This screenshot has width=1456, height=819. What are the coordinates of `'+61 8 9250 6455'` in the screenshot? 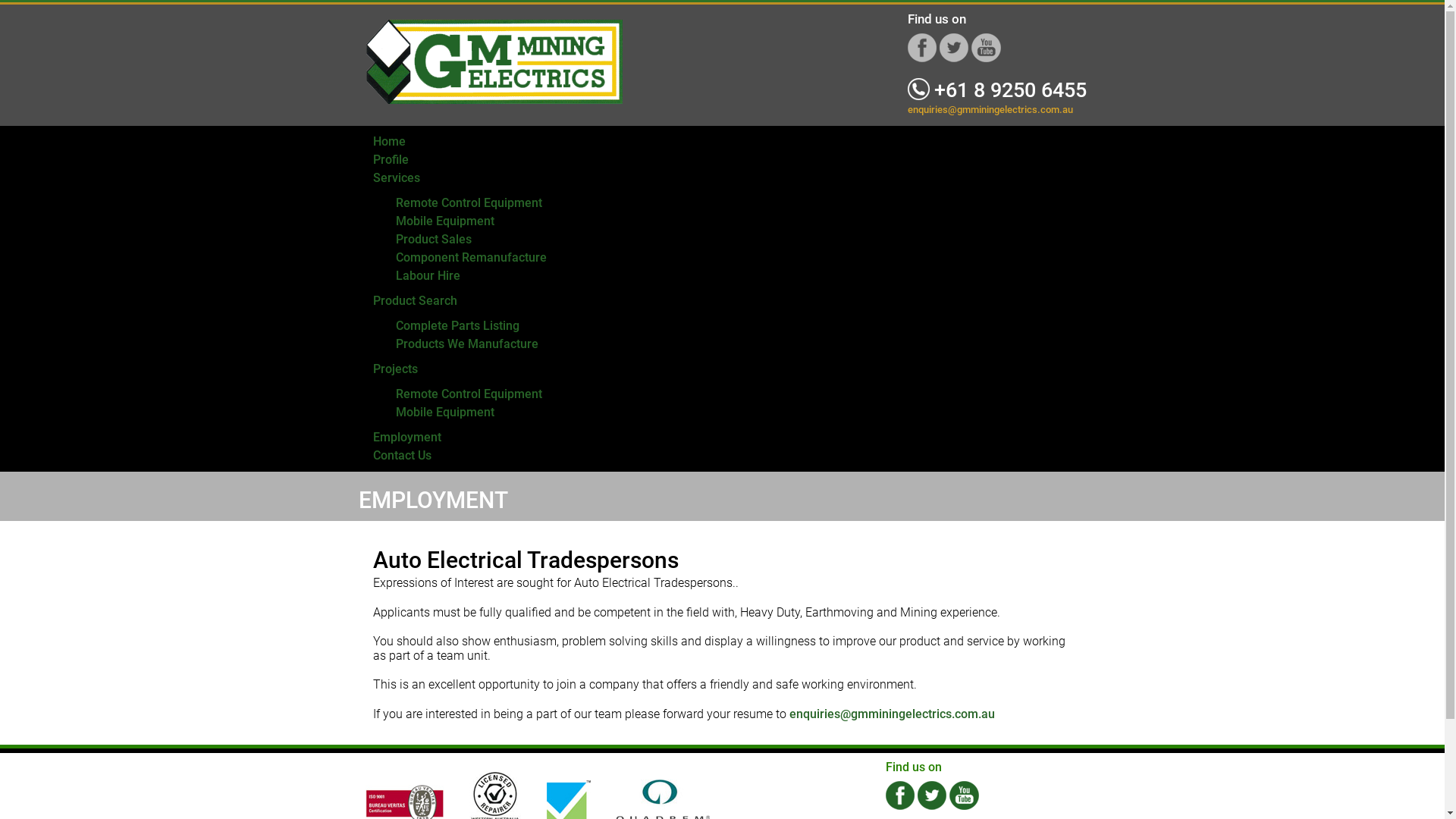 It's located at (996, 90).